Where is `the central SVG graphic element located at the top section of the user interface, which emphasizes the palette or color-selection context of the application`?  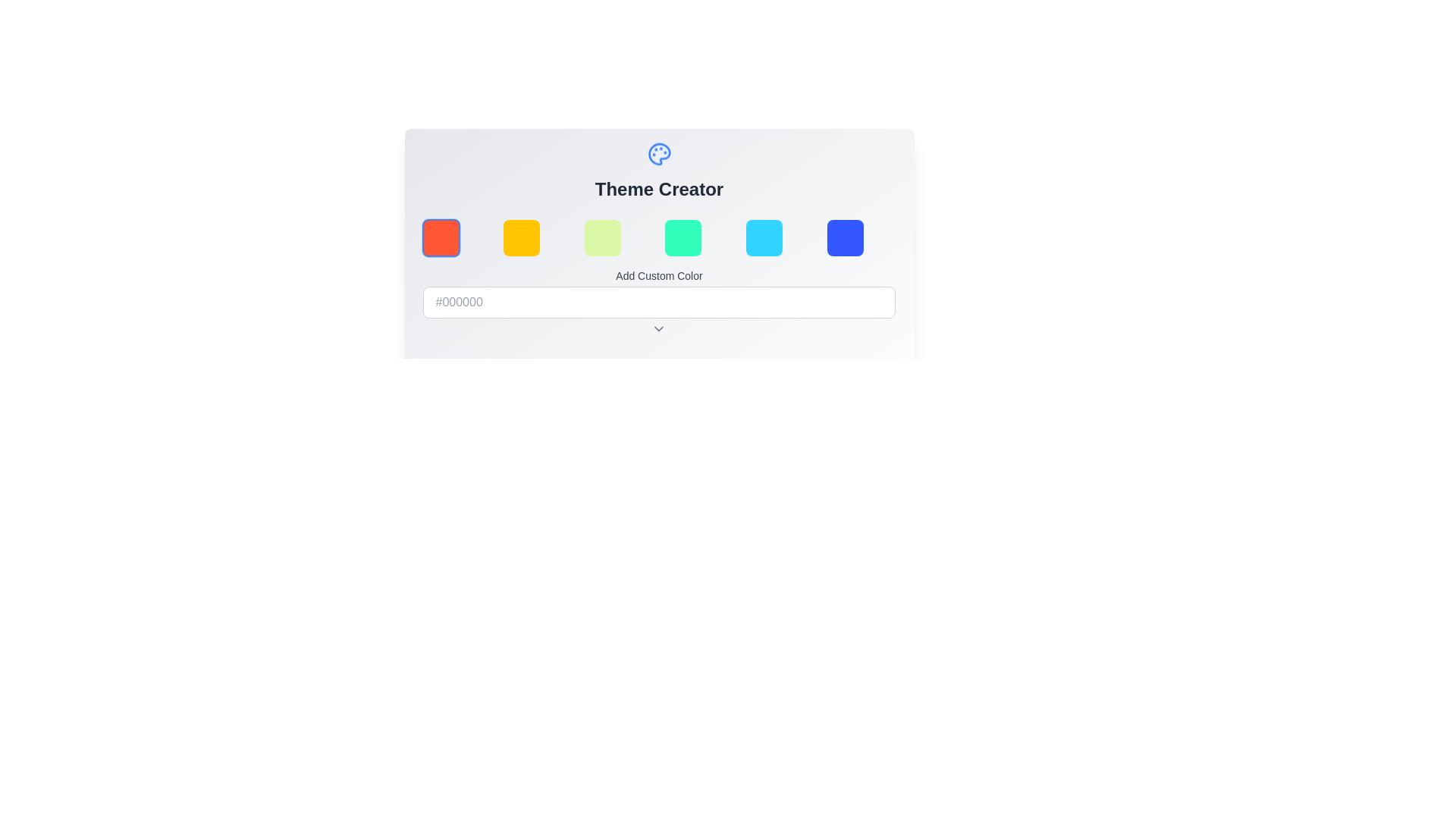 the central SVG graphic element located at the top section of the user interface, which emphasizes the palette or color-selection context of the application is located at coordinates (659, 155).